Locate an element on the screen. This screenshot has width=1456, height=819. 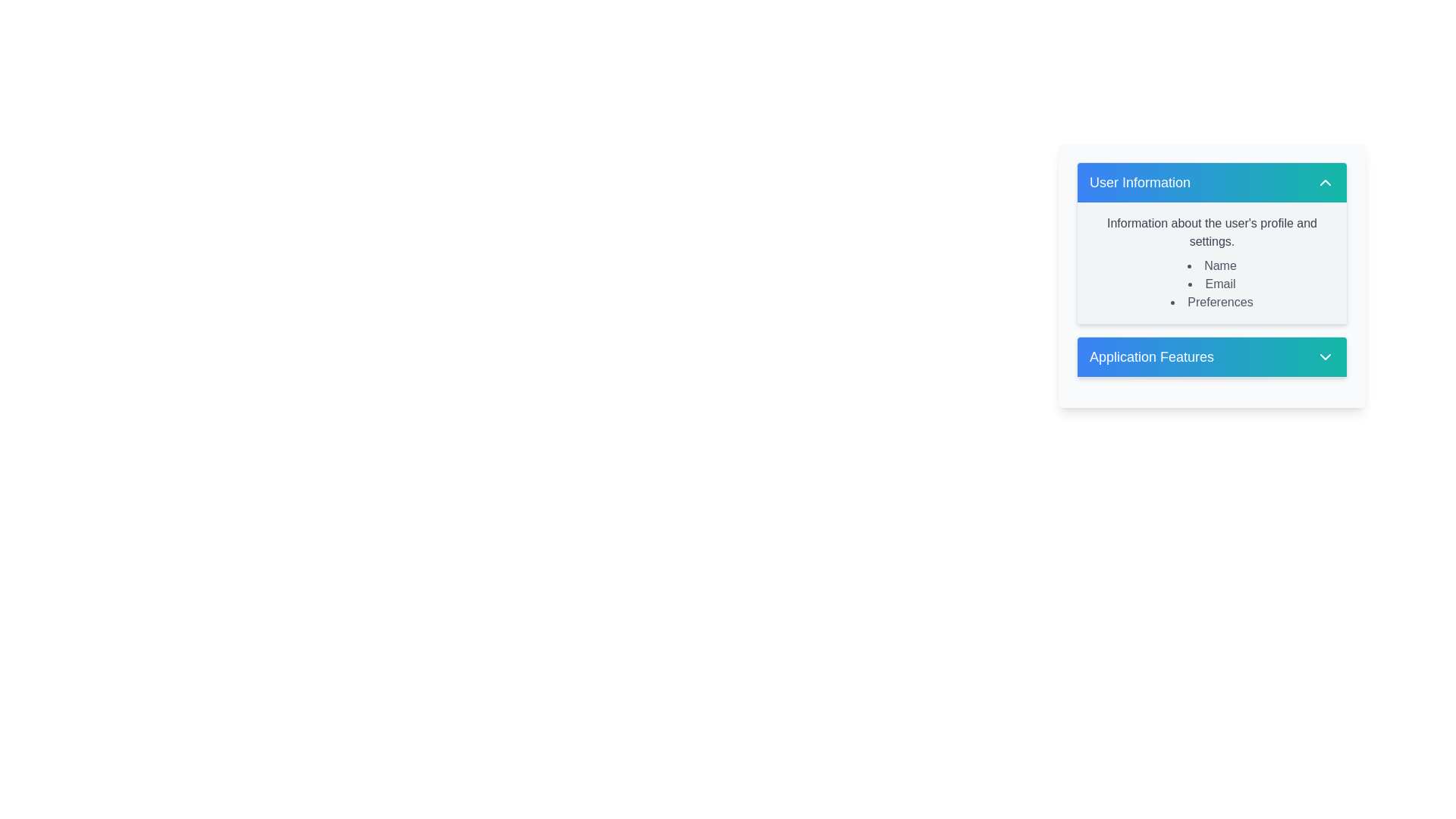
the downward-facing chevron icon, which is styled with a thin, rounded stroke in white, located on the right side of the 'User Information' header is located at coordinates (1324, 181).